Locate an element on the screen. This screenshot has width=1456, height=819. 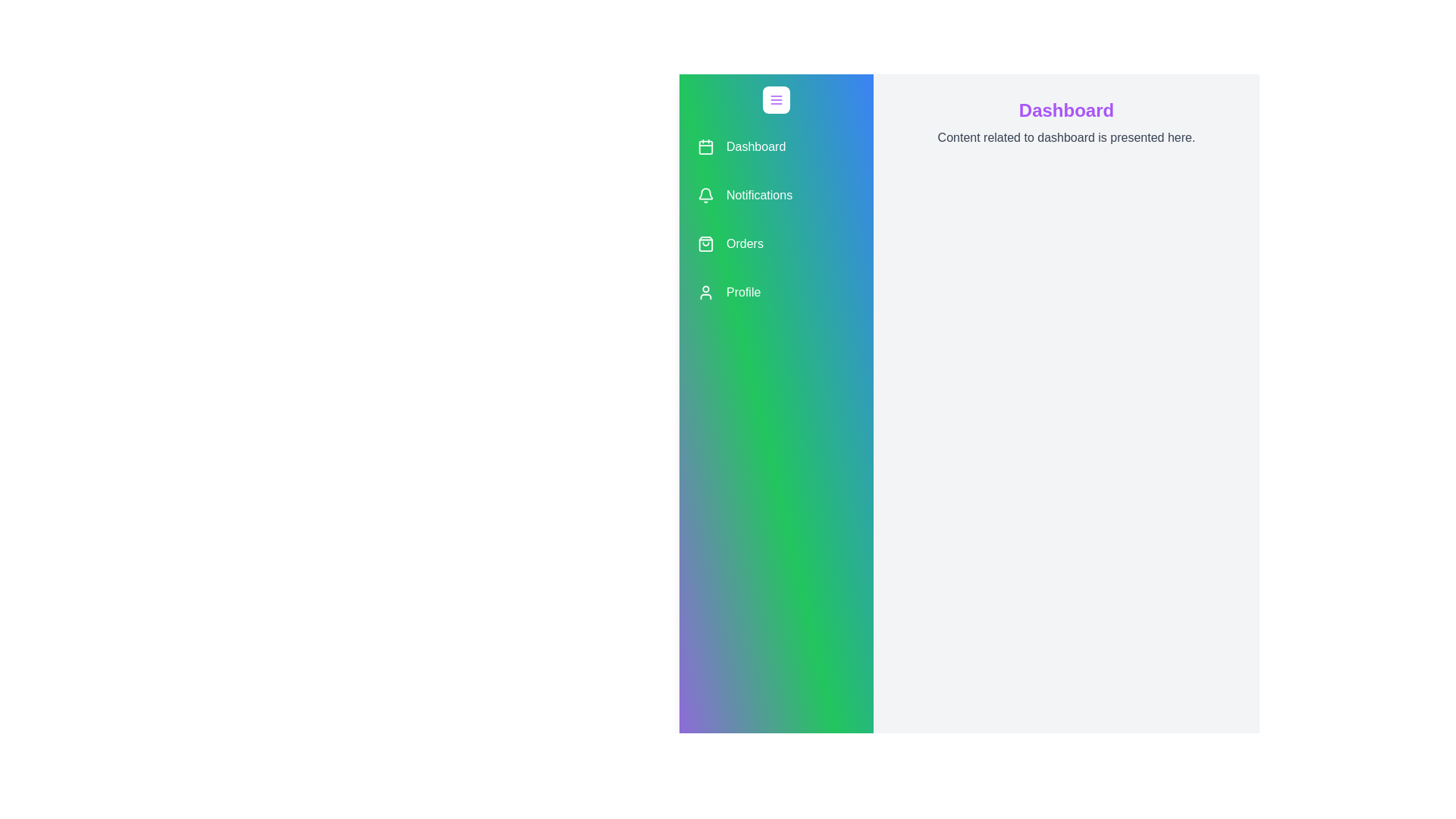
the menu item labeled 'Notifications' to observe the hover effect is located at coordinates (776, 195).